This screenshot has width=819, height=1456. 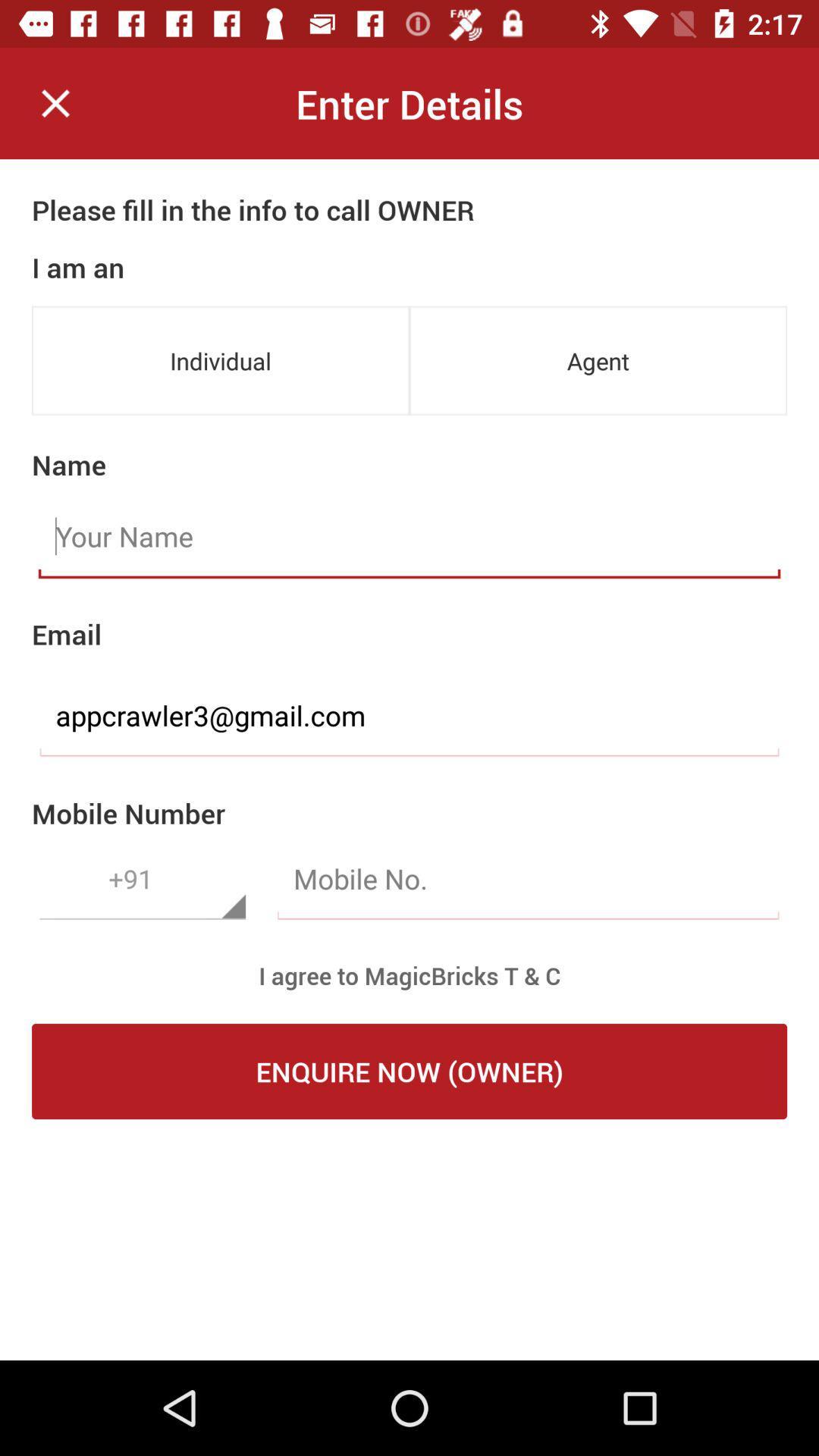 What do you see at coordinates (55, 102) in the screenshot?
I see `form` at bounding box center [55, 102].